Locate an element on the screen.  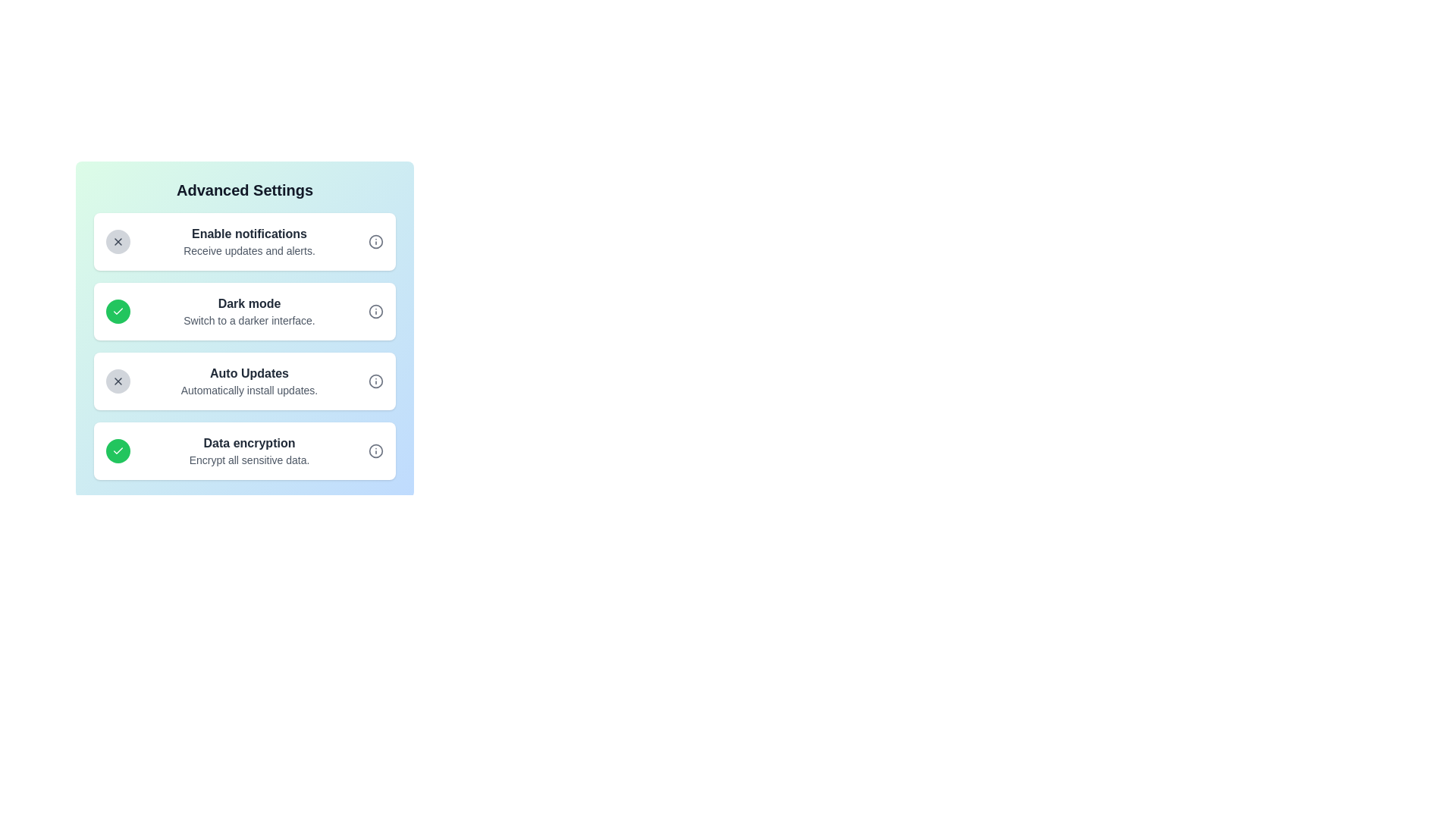
the information icon for Data encryption to view its description is located at coordinates (375, 450).